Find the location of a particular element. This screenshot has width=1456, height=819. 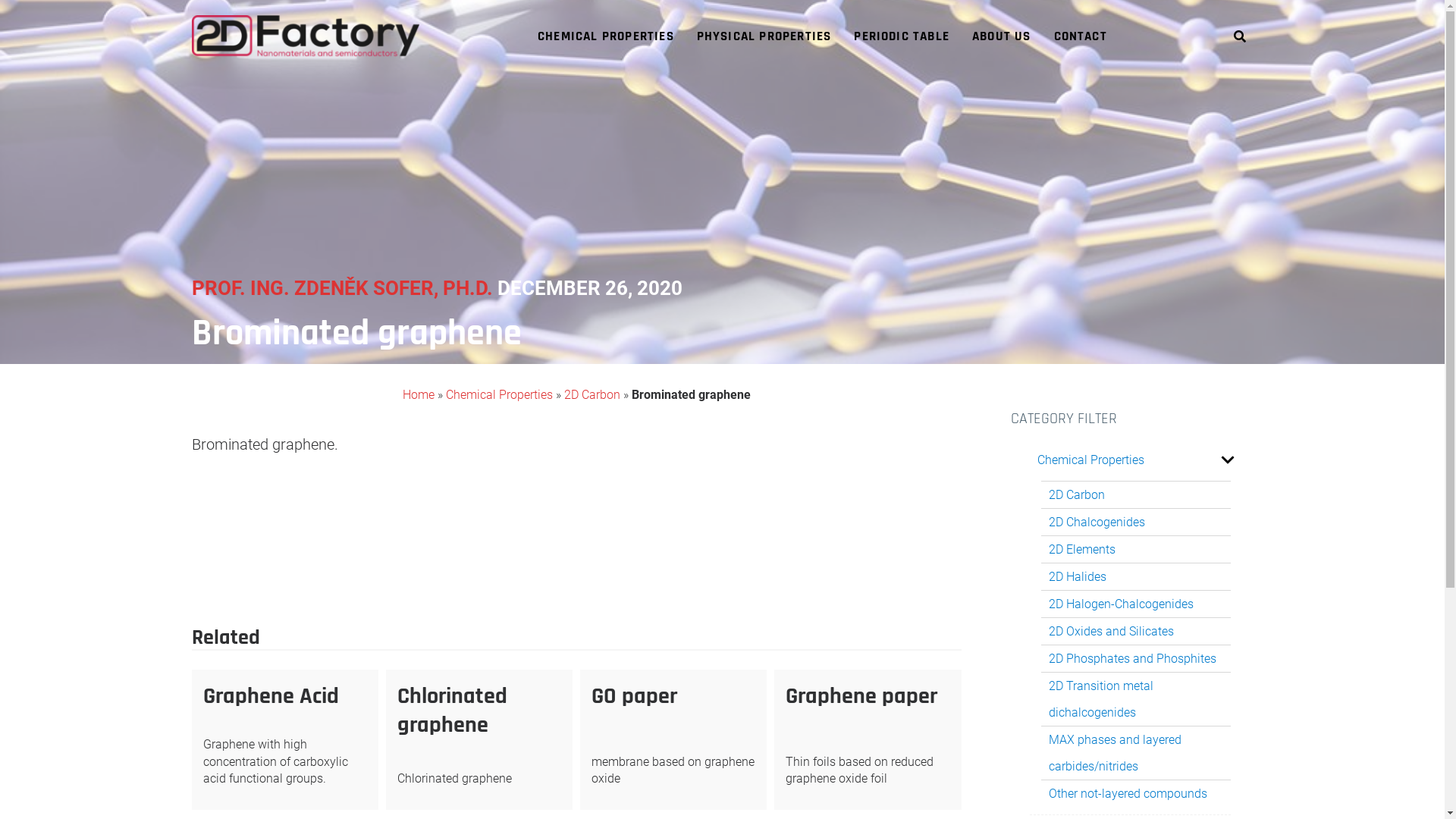

'Other not-layered compounds' is located at coordinates (1127, 792).